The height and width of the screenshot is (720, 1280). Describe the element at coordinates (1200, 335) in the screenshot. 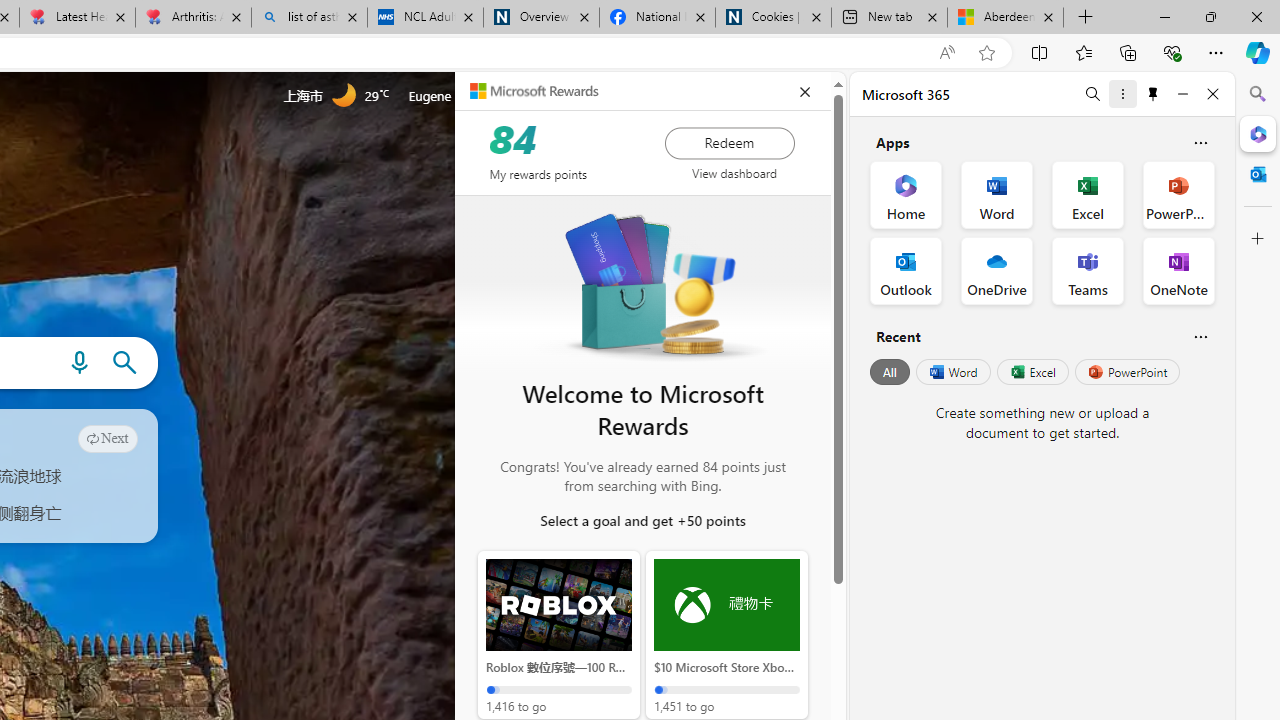

I see `'Is this helpful?'` at that location.